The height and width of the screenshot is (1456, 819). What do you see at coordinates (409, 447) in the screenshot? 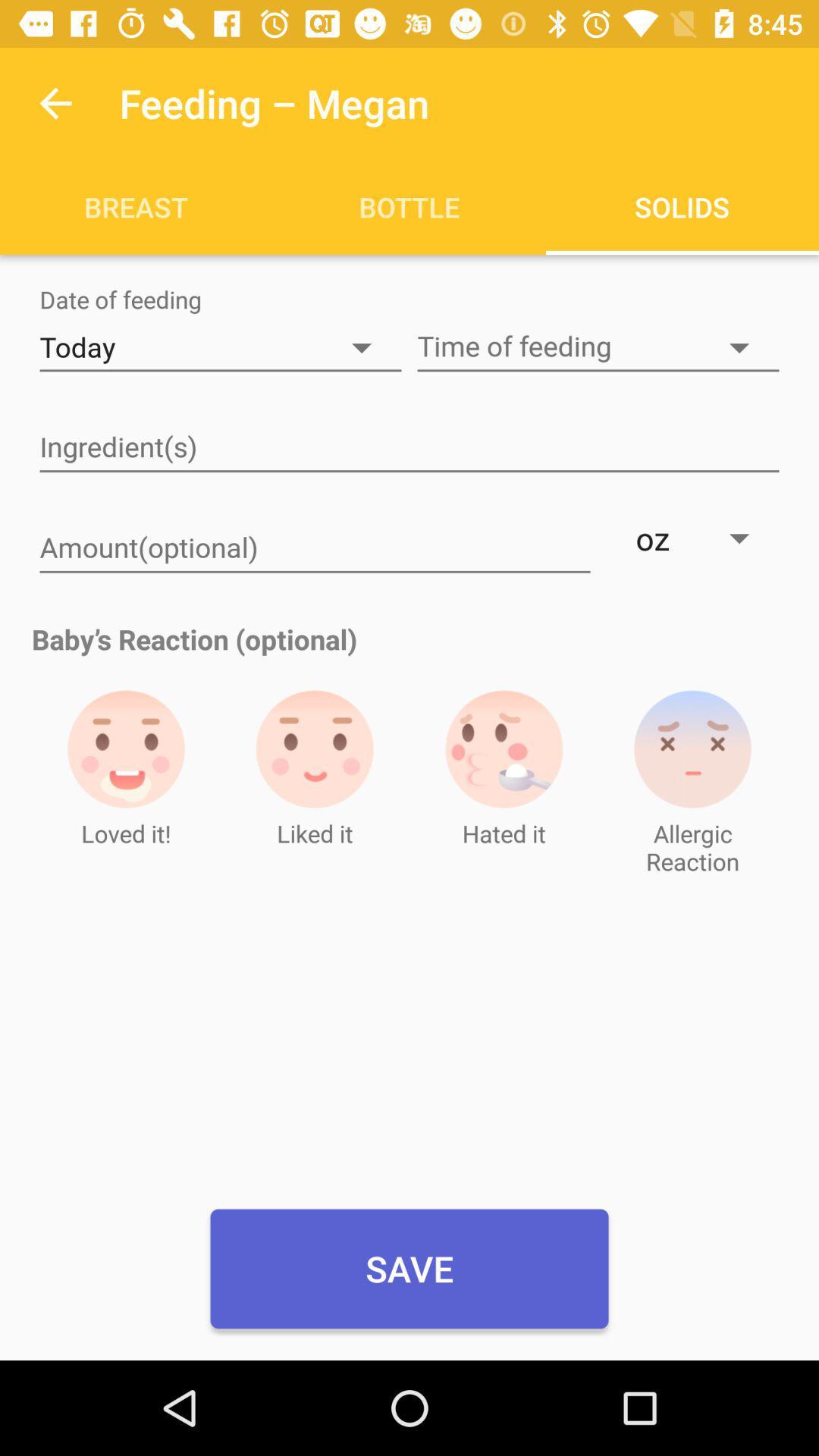
I see `ingredients` at bounding box center [409, 447].